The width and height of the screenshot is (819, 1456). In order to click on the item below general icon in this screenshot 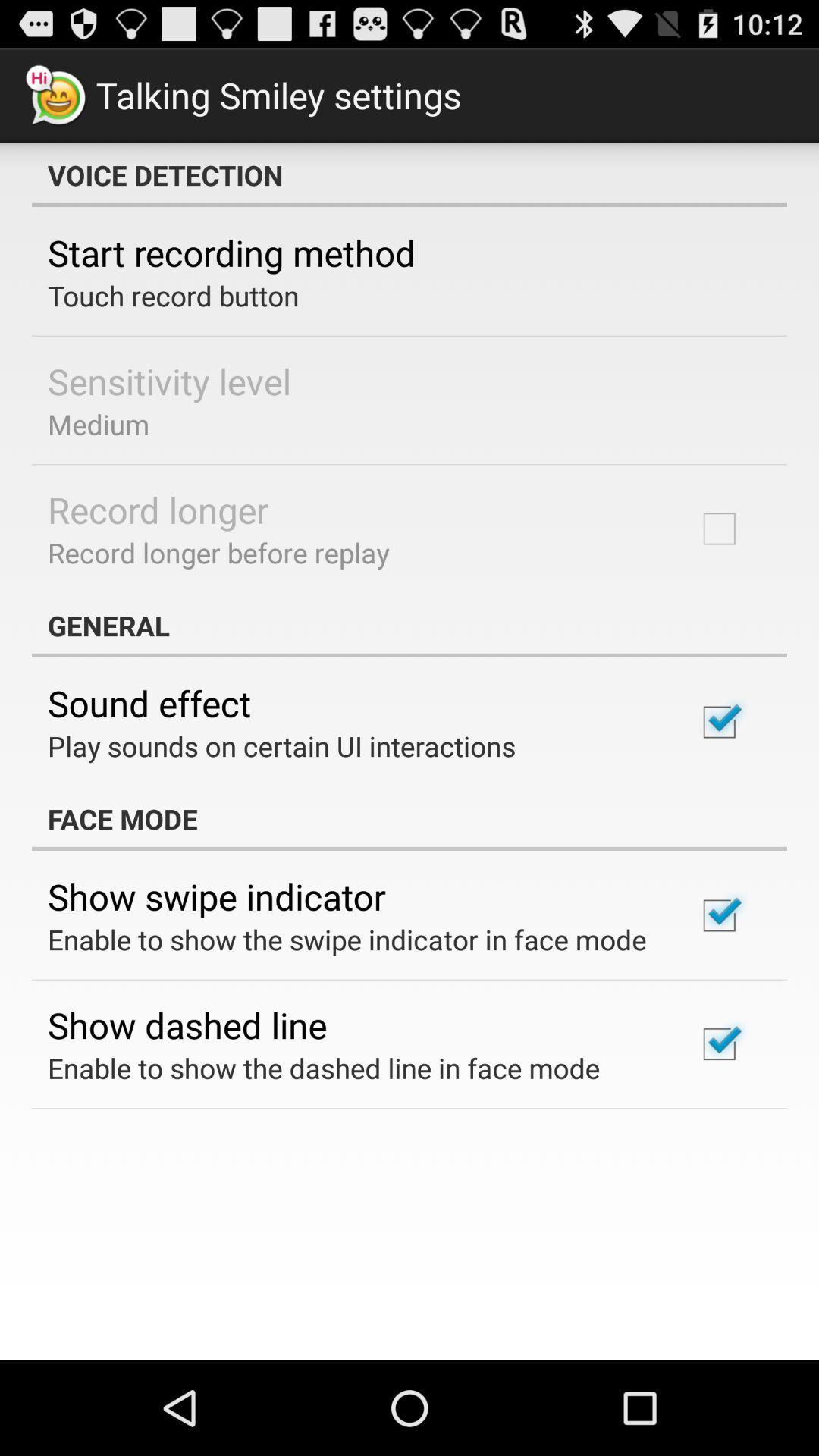, I will do `click(149, 702)`.